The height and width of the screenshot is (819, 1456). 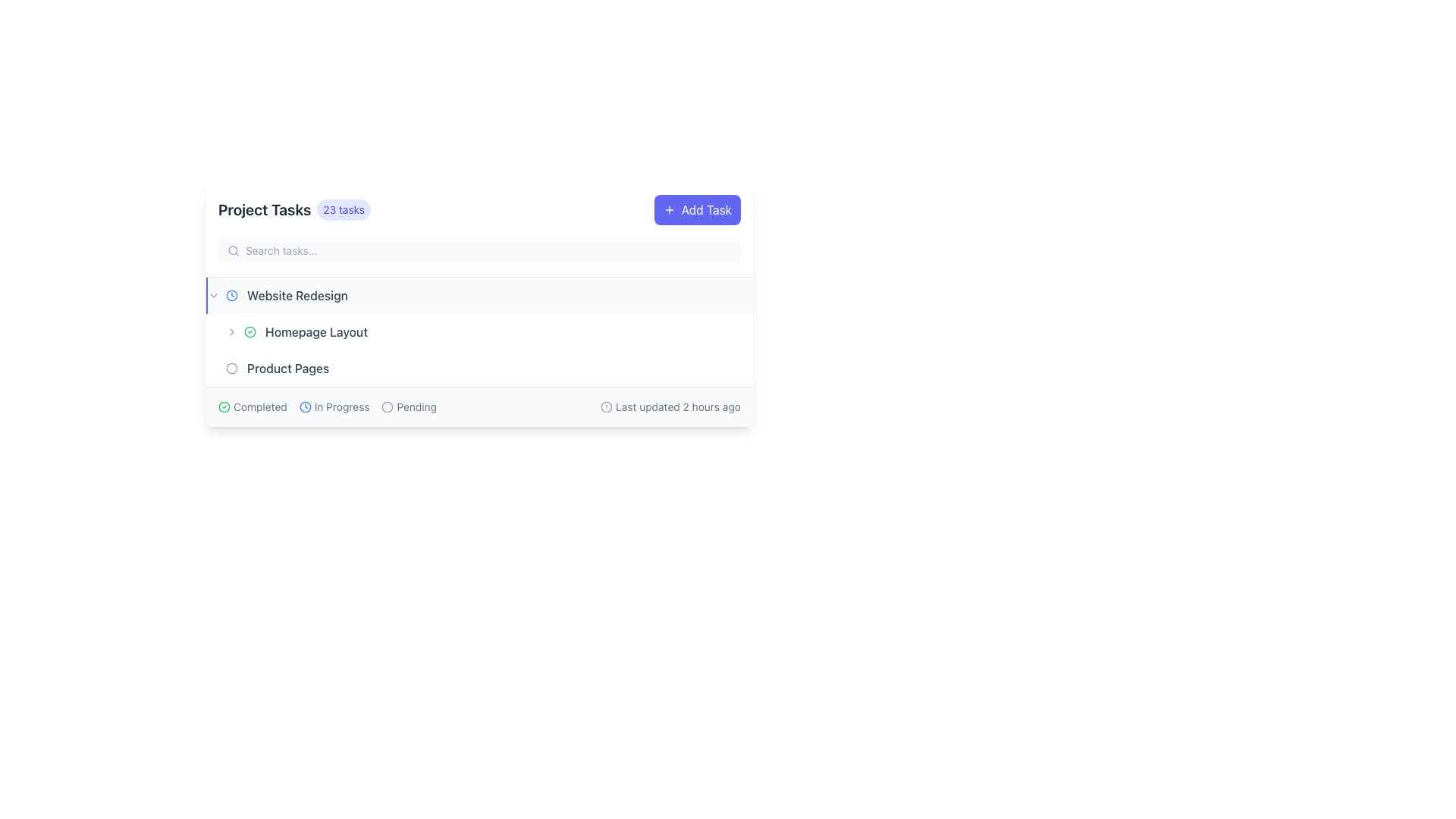 I want to click on the circular button in the task entry interface under user 'Emma Wilson', so click(x=735, y=369).